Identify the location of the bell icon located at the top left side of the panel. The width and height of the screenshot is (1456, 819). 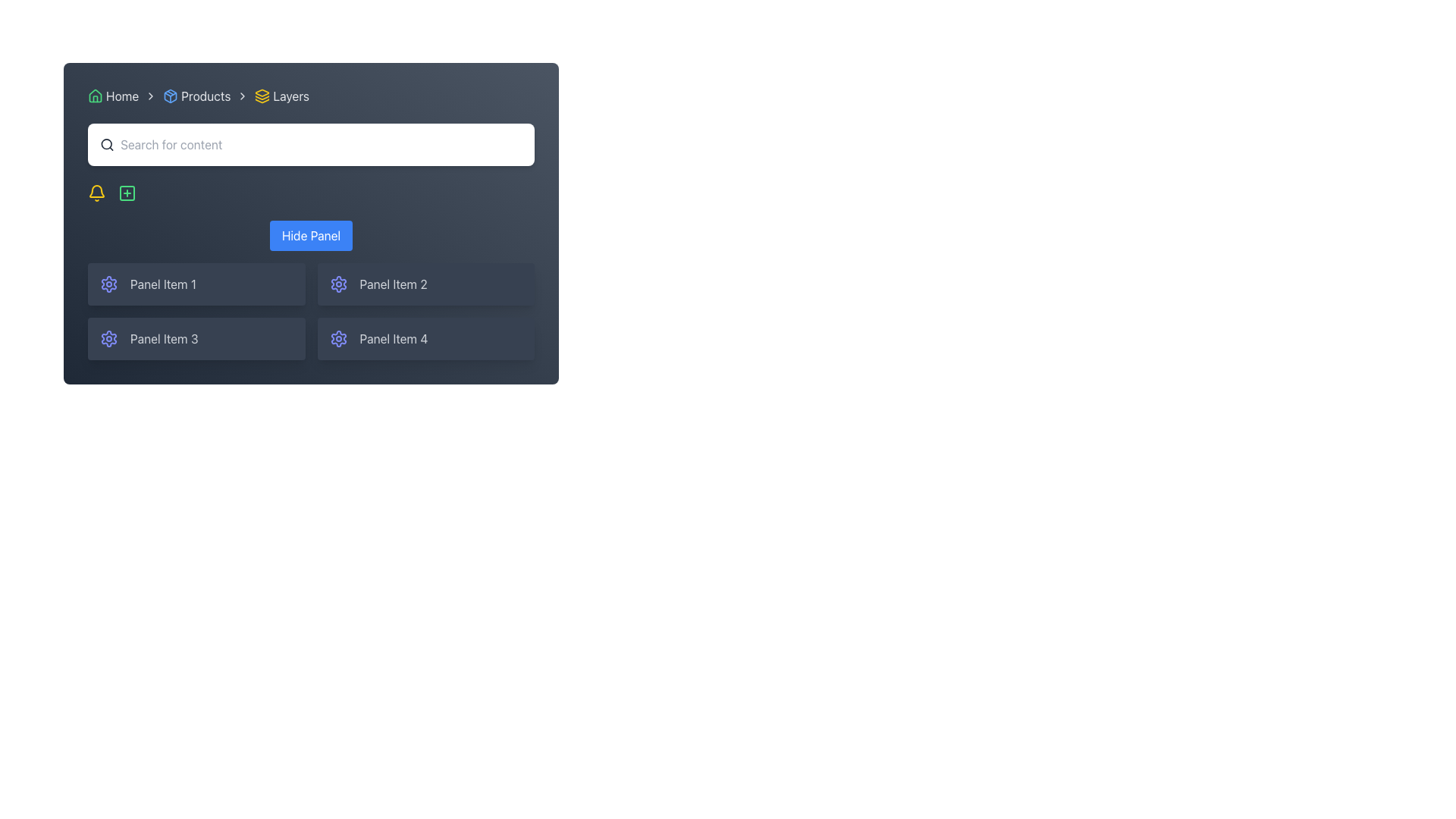
(96, 192).